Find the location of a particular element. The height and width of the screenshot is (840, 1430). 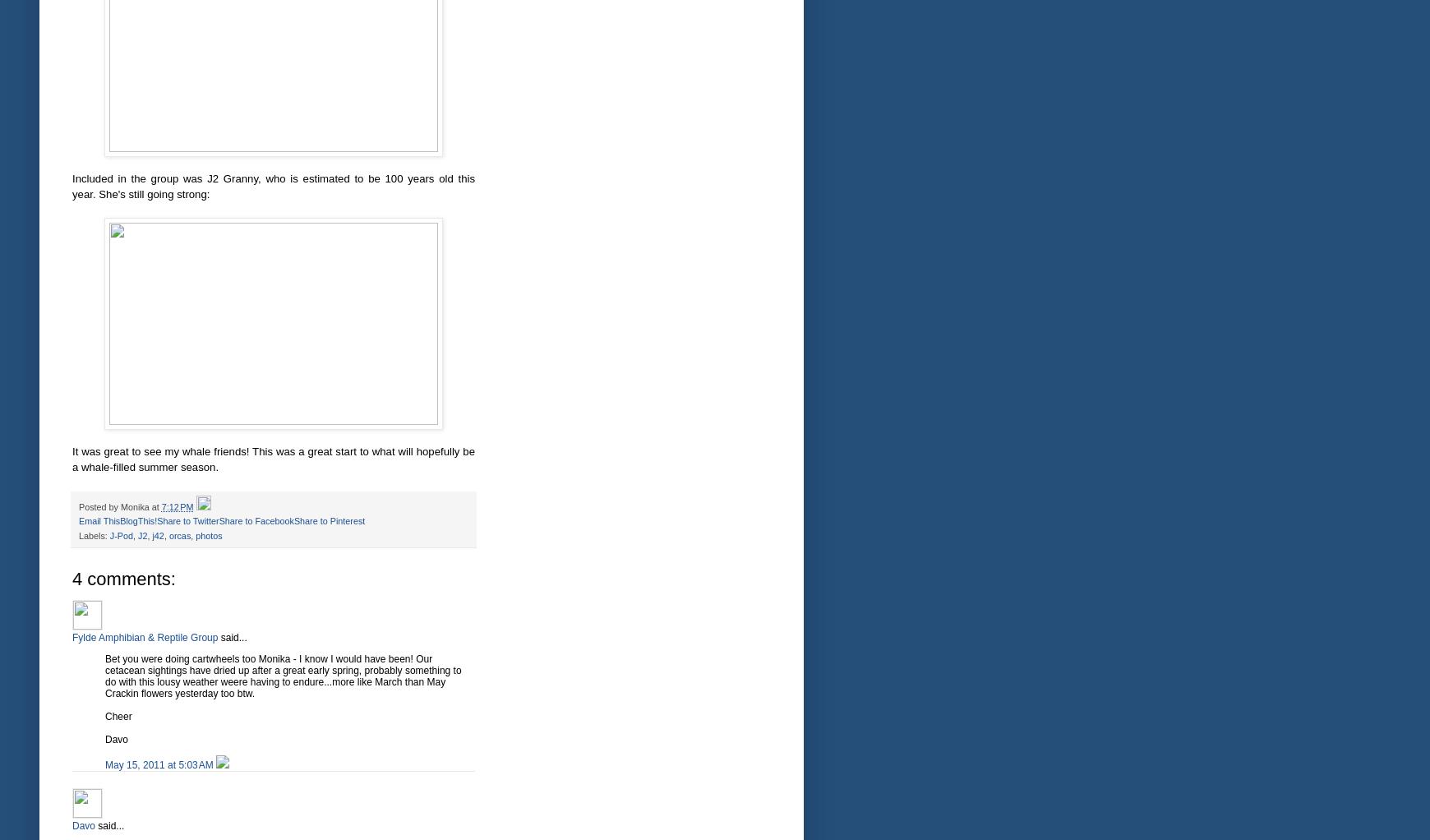

'Labels:' is located at coordinates (78, 535).